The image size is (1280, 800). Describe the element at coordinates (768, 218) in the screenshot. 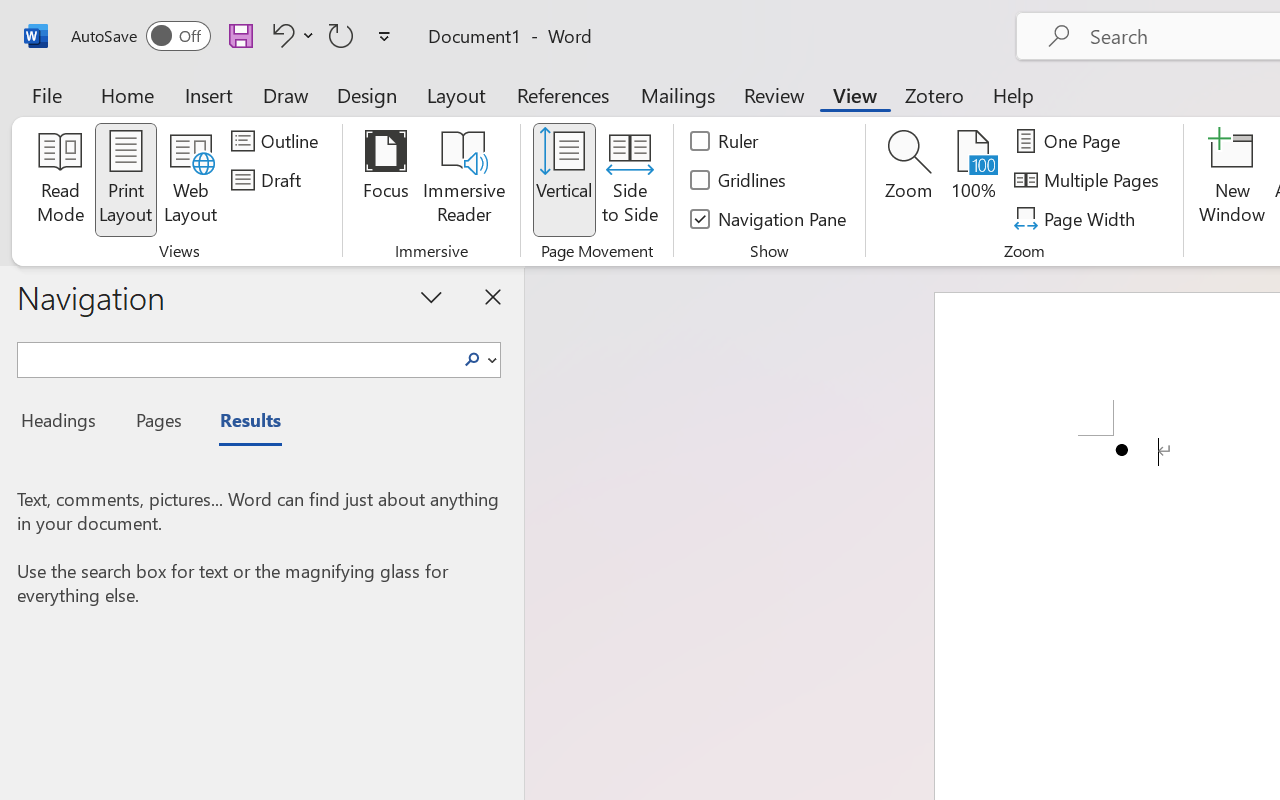

I see `'Navigation Pane'` at that location.